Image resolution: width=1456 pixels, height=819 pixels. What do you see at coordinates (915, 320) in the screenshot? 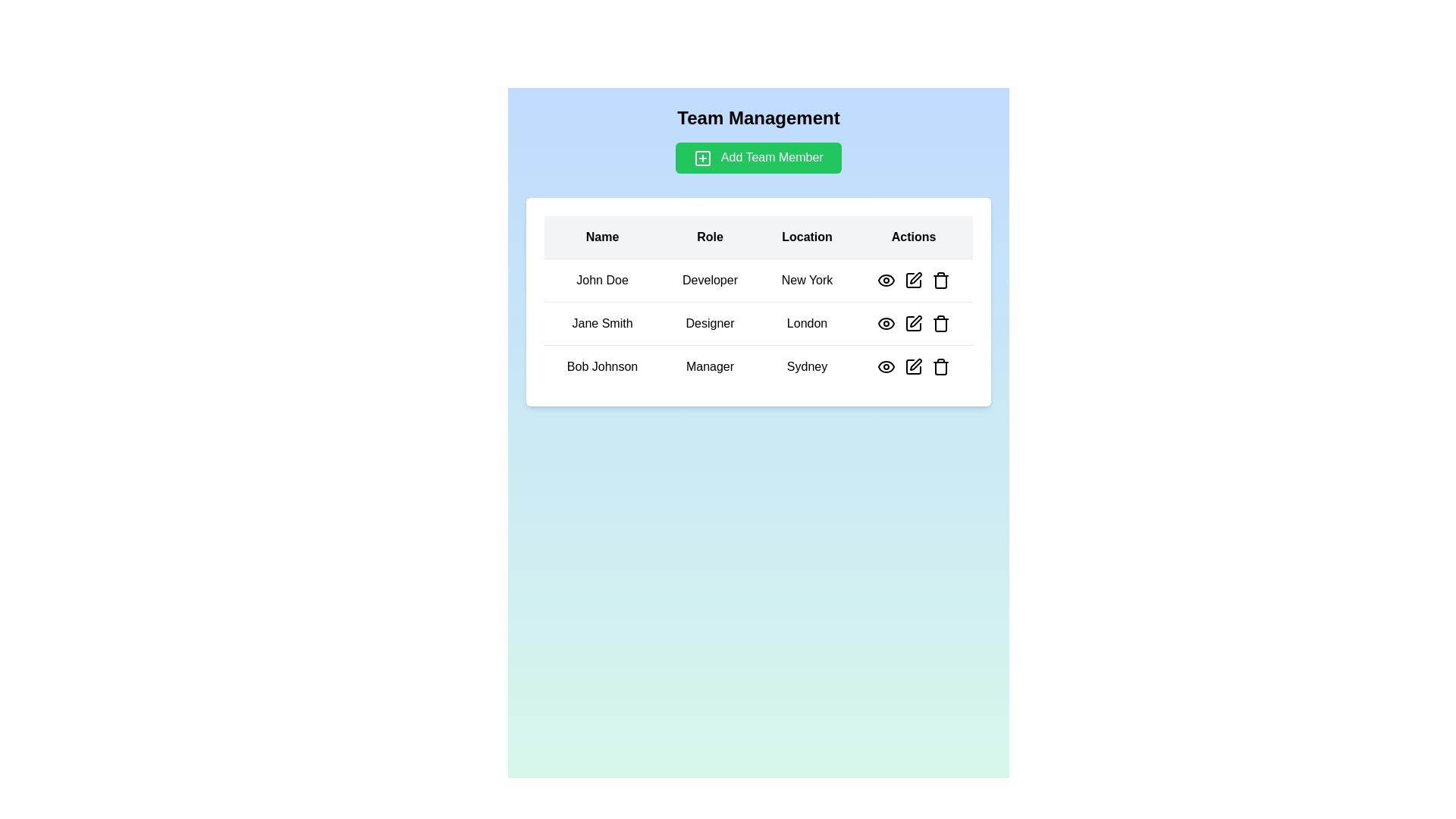
I see `the edit button located in the 'Actions' column of the second row of the table corresponding to 'Jane Smith's' entry` at bounding box center [915, 320].